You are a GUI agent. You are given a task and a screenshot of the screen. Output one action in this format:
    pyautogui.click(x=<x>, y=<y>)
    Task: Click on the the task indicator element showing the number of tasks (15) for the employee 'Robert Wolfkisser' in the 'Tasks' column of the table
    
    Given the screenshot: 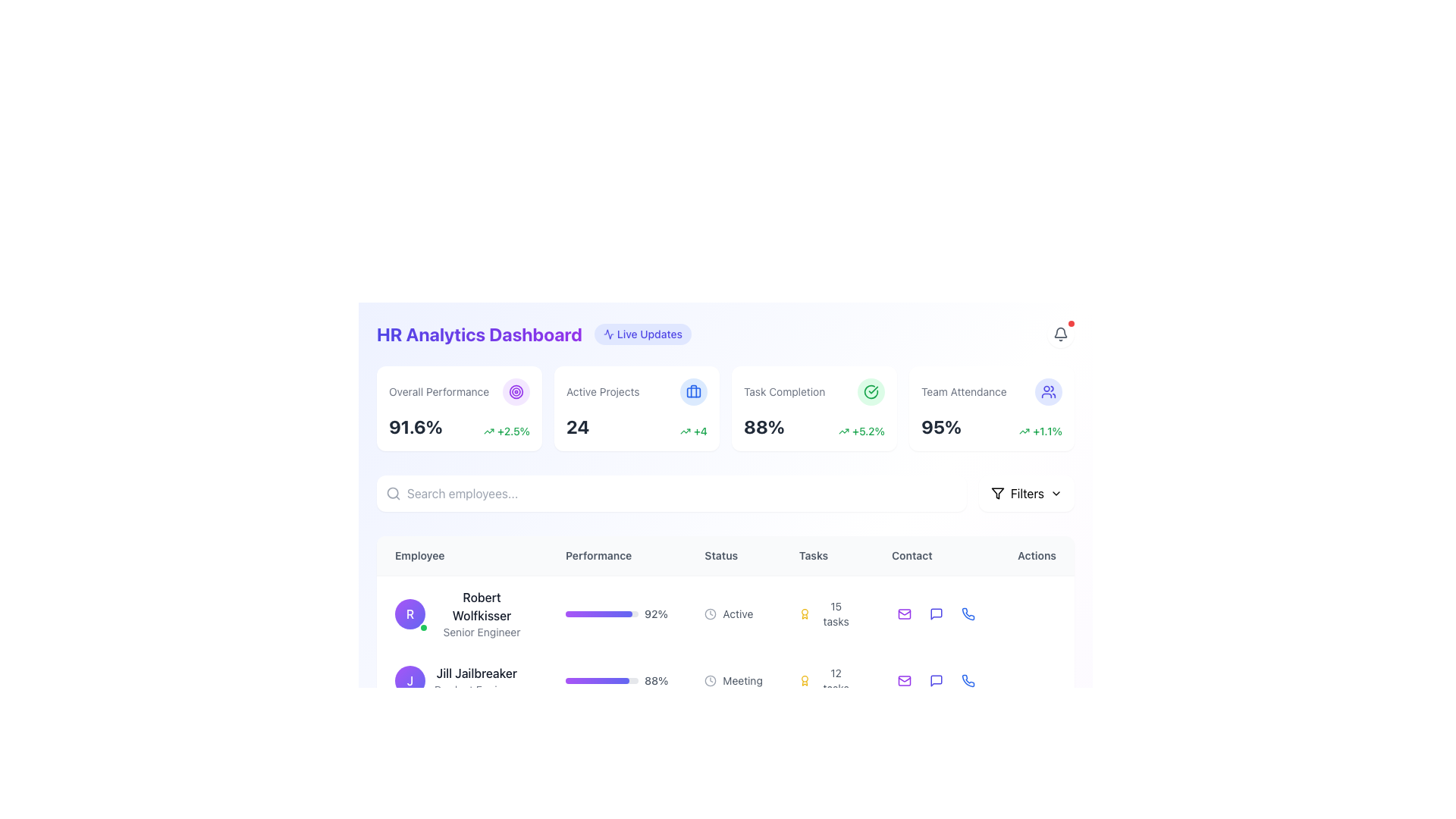 What is the action you would take?
    pyautogui.click(x=826, y=613)
    